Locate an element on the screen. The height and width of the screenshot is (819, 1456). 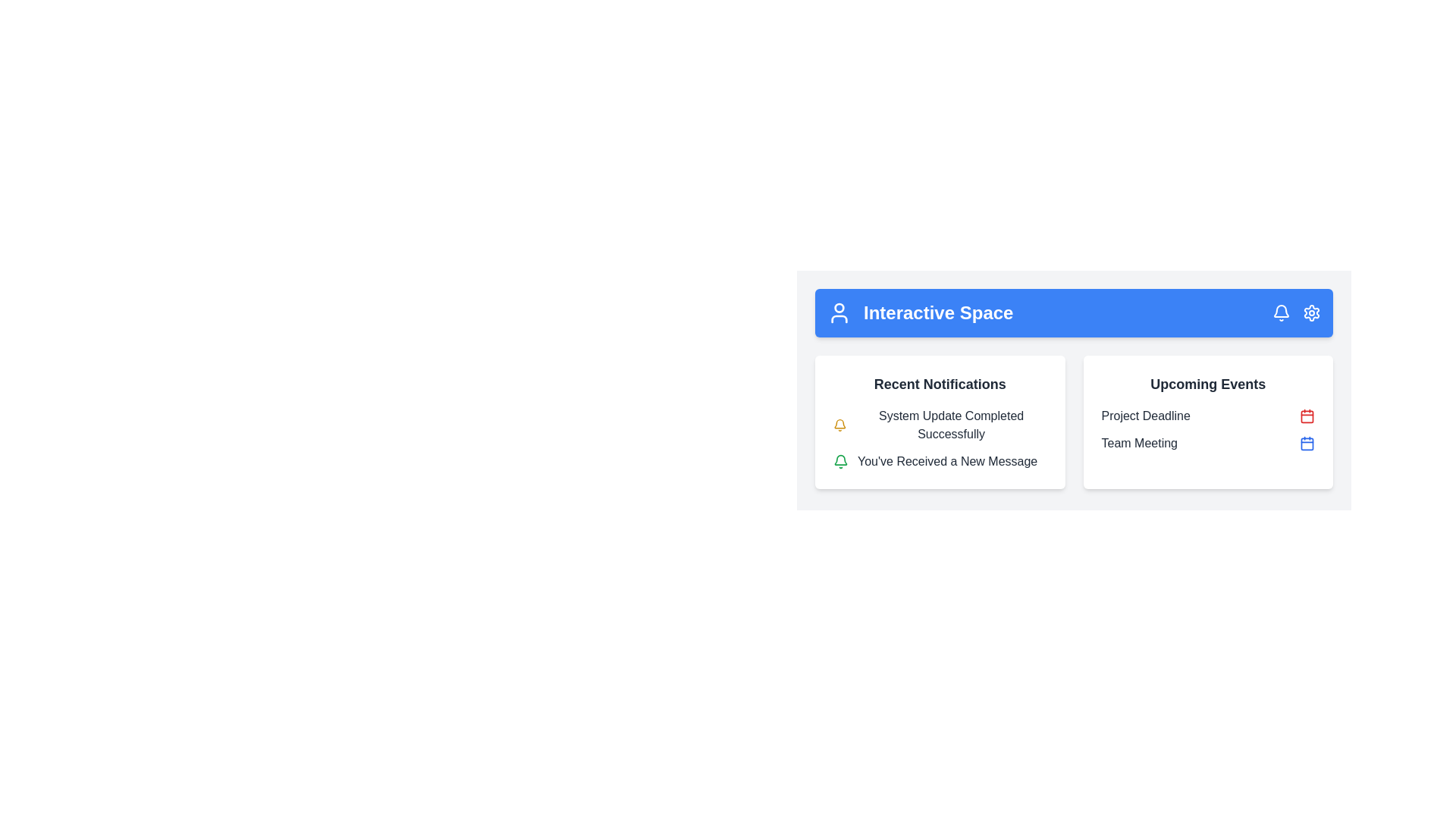
the user or account-related feature icon located within the blue rectangular header titled 'Interactive Space' is located at coordinates (839, 312).